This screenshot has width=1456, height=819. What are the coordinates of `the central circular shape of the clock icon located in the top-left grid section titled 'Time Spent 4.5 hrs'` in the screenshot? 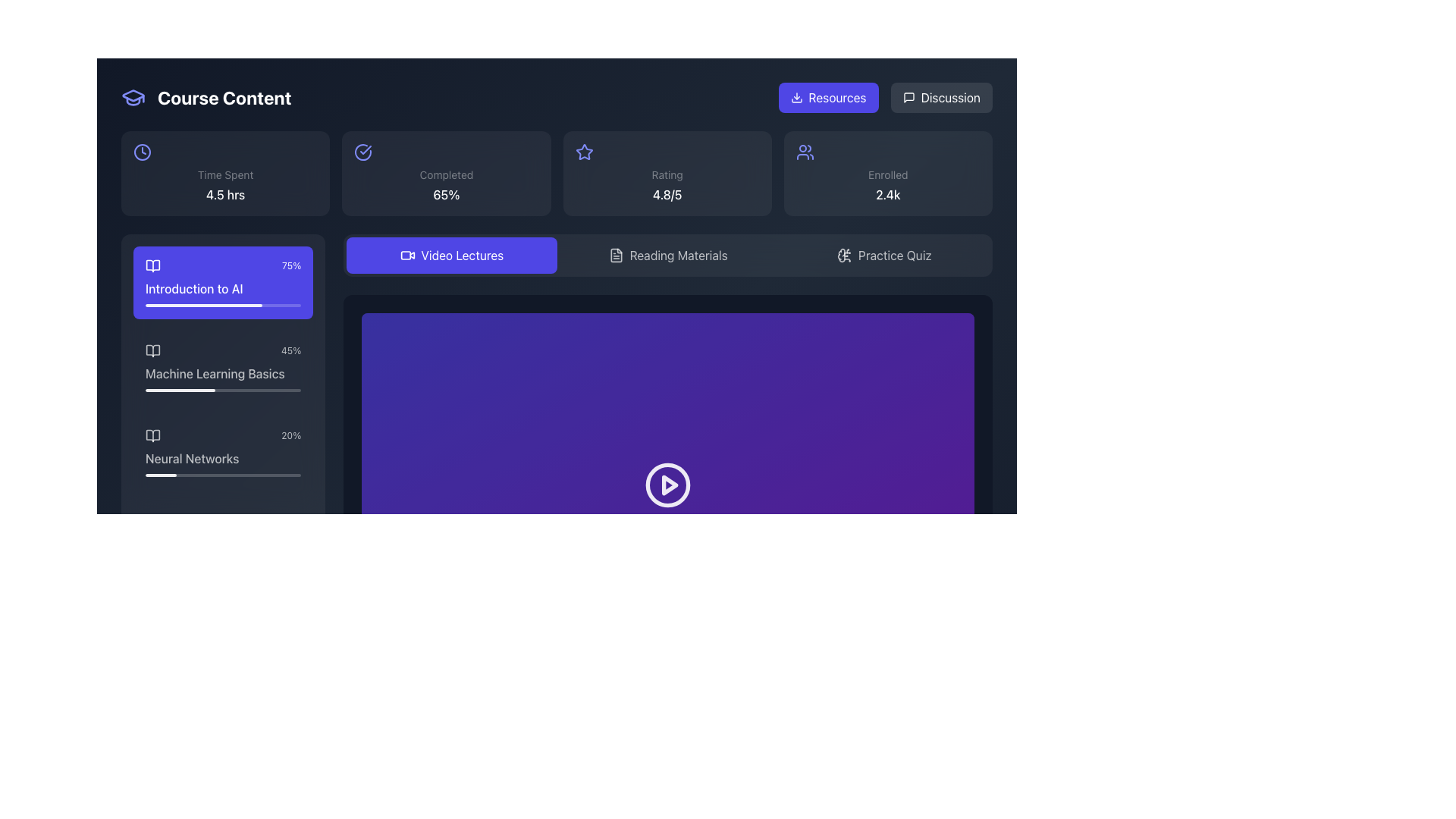 It's located at (142, 152).